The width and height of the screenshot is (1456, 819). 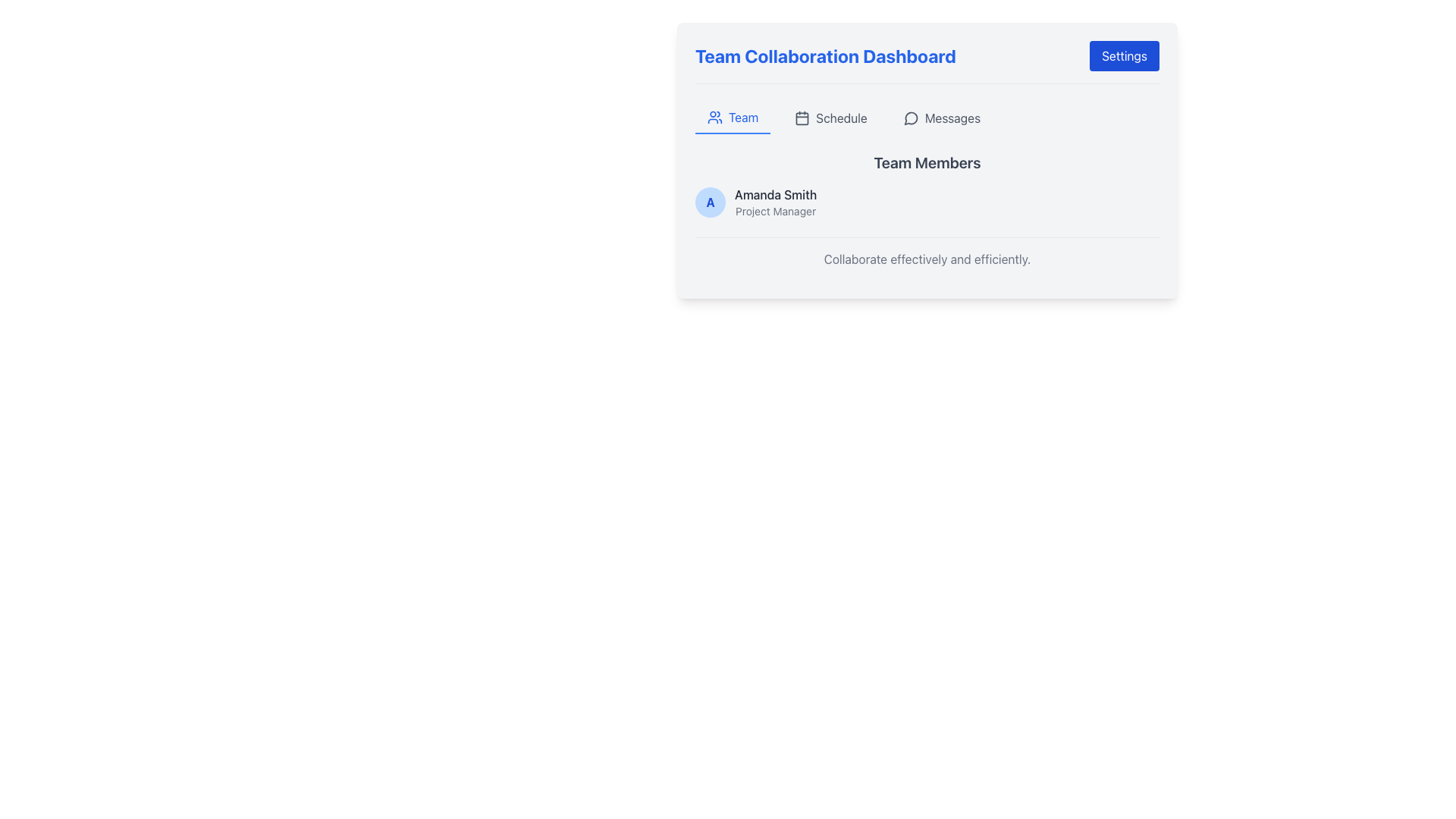 I want to click on the circular speech bubble icon outlined in dark gray, located to the left of the 'Messages' text in the navigation section, so click(x=910, y=117).